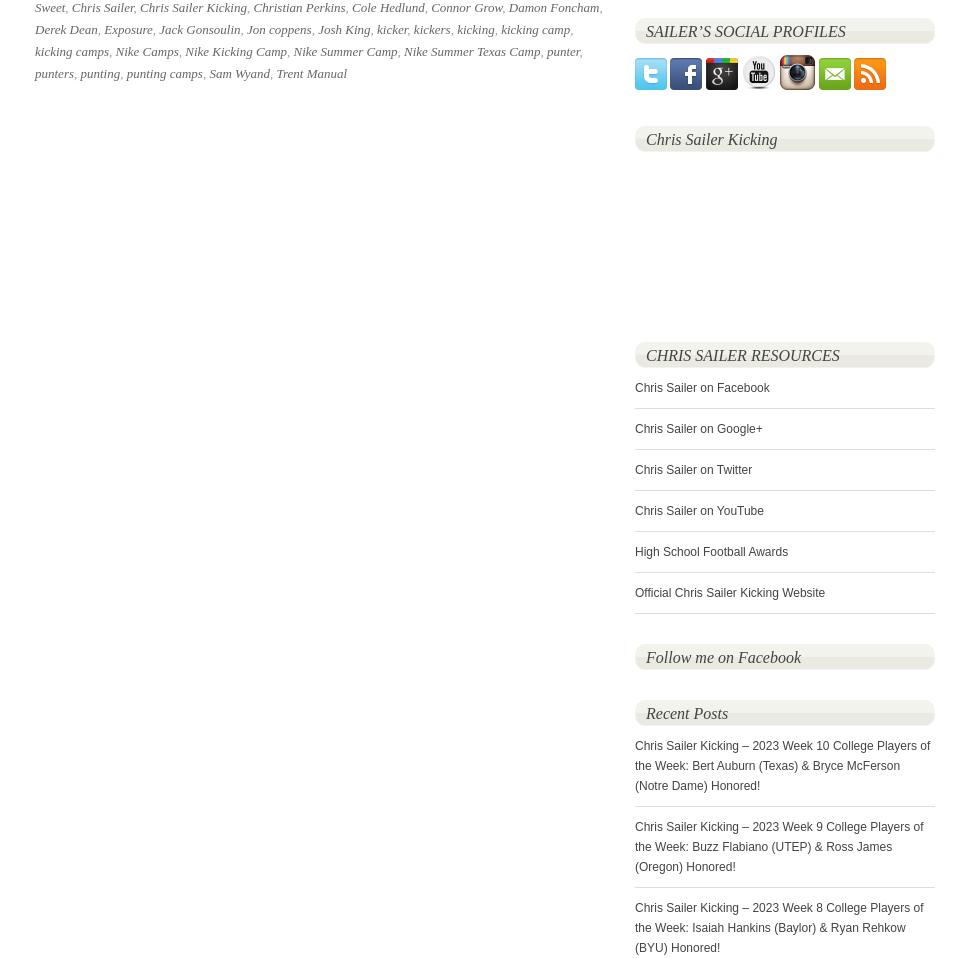  What do you see at coordinates (100, 72) in the screenshot?
I see `'punting'` at bounding box center [100, 72].